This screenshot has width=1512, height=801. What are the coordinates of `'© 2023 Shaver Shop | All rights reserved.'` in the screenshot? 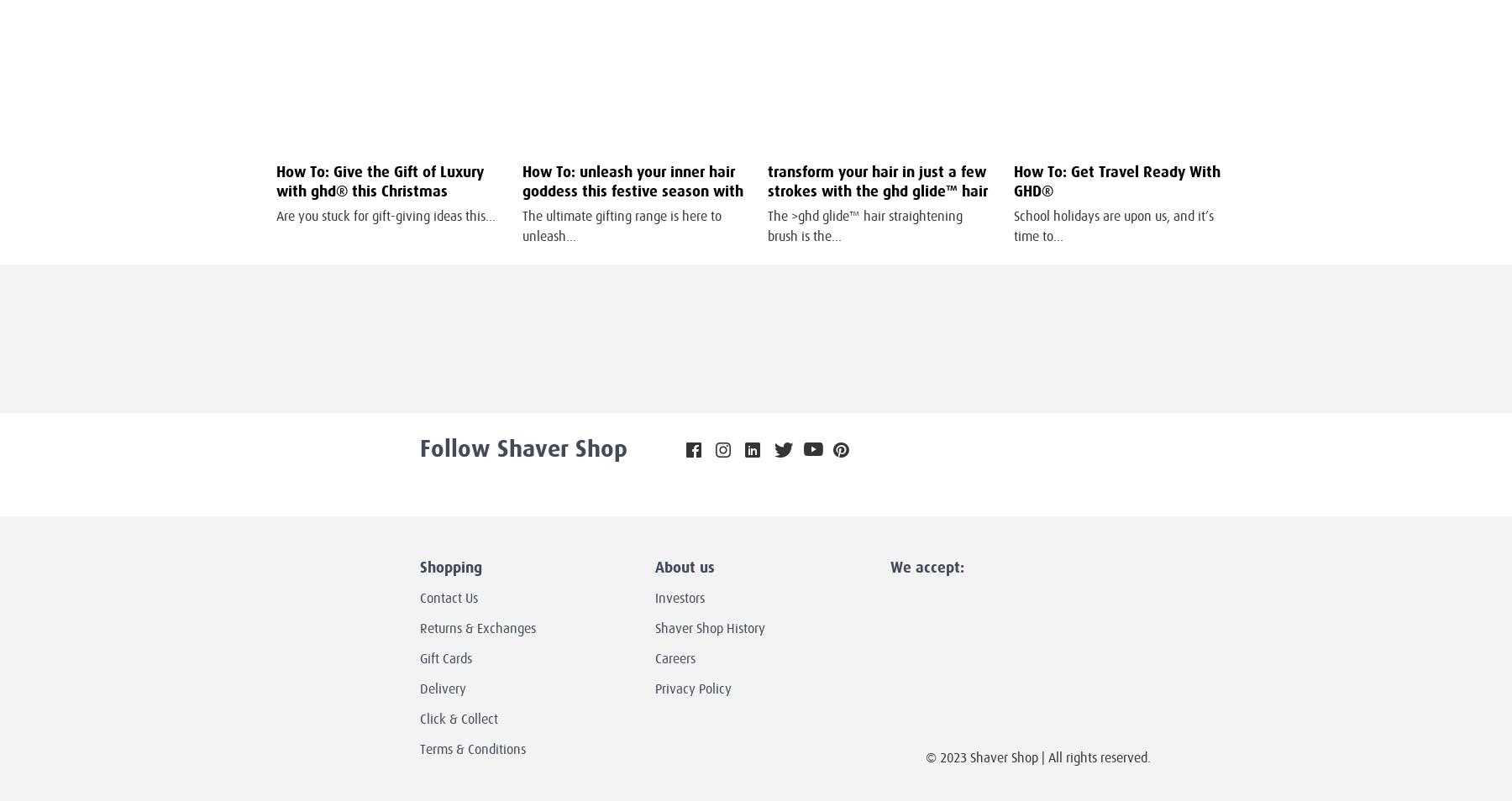 It's located at (1036, 757).